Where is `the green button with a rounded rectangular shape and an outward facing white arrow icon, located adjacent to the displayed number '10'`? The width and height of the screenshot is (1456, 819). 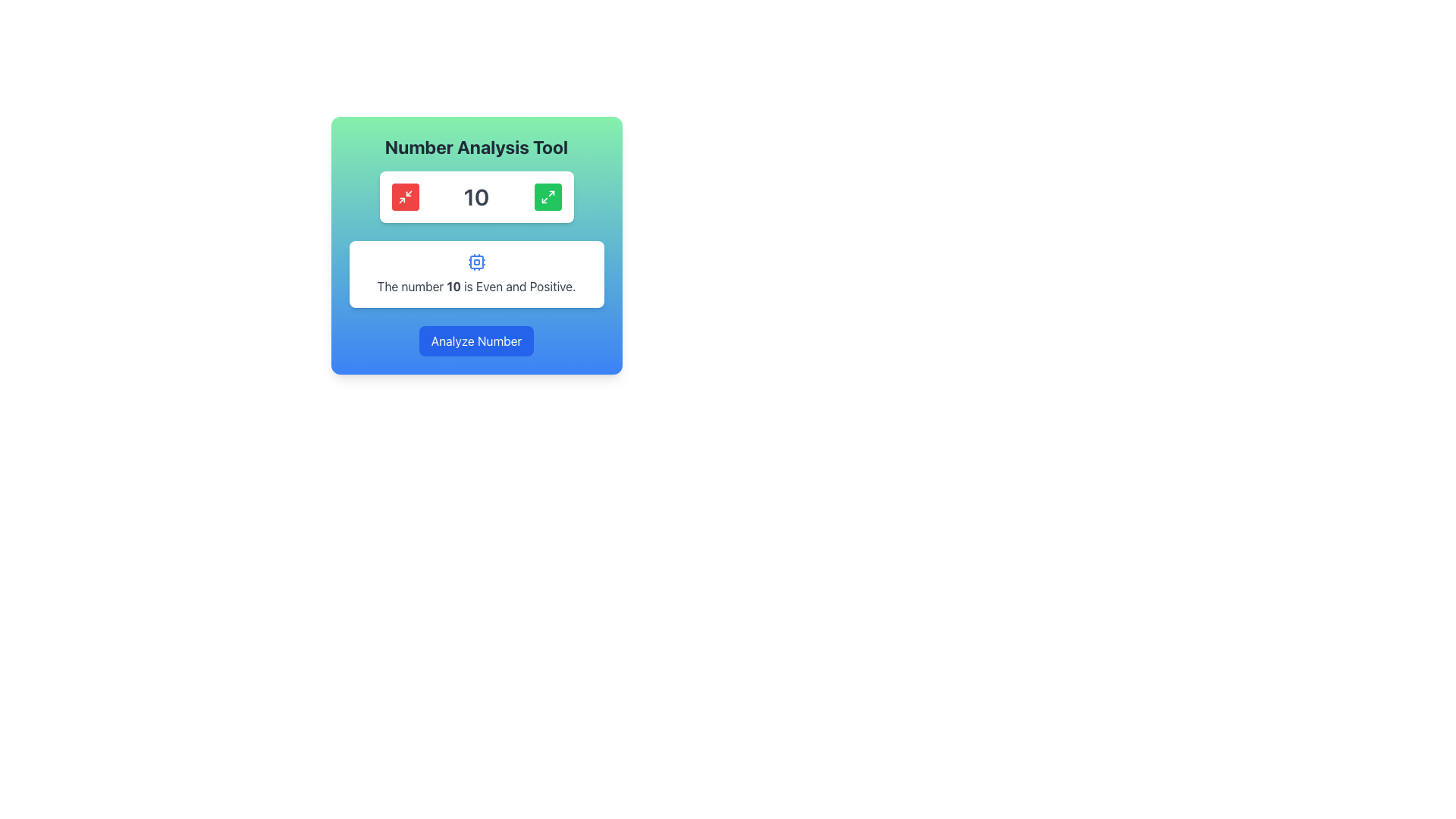
the green button with a rounded rectangular shape and an outward facing white arrow icon, located adjacent to the displayed number '10' is located at coordinates (547, 196).